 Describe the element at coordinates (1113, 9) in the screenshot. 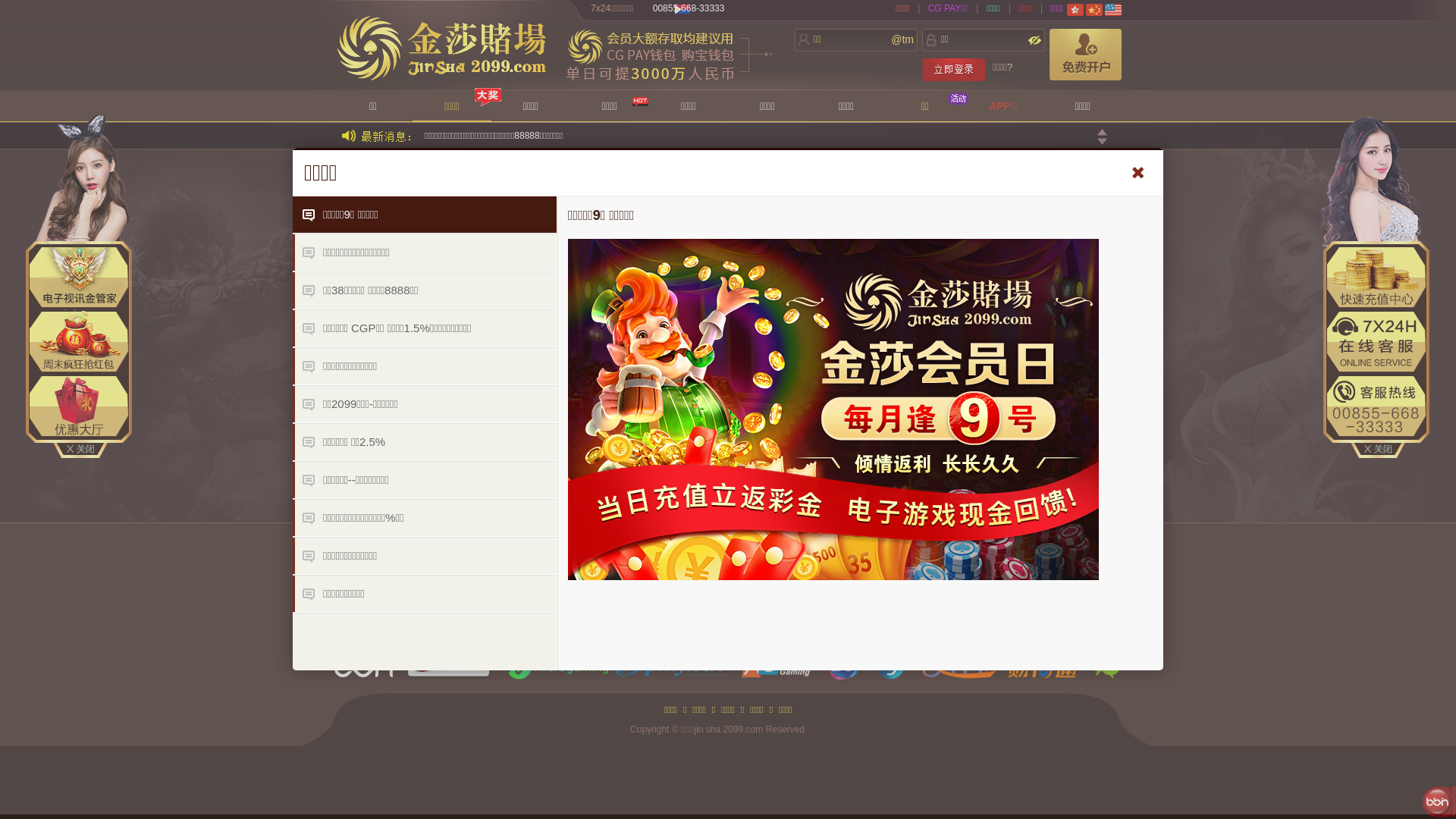

I see `'English'` at that location.